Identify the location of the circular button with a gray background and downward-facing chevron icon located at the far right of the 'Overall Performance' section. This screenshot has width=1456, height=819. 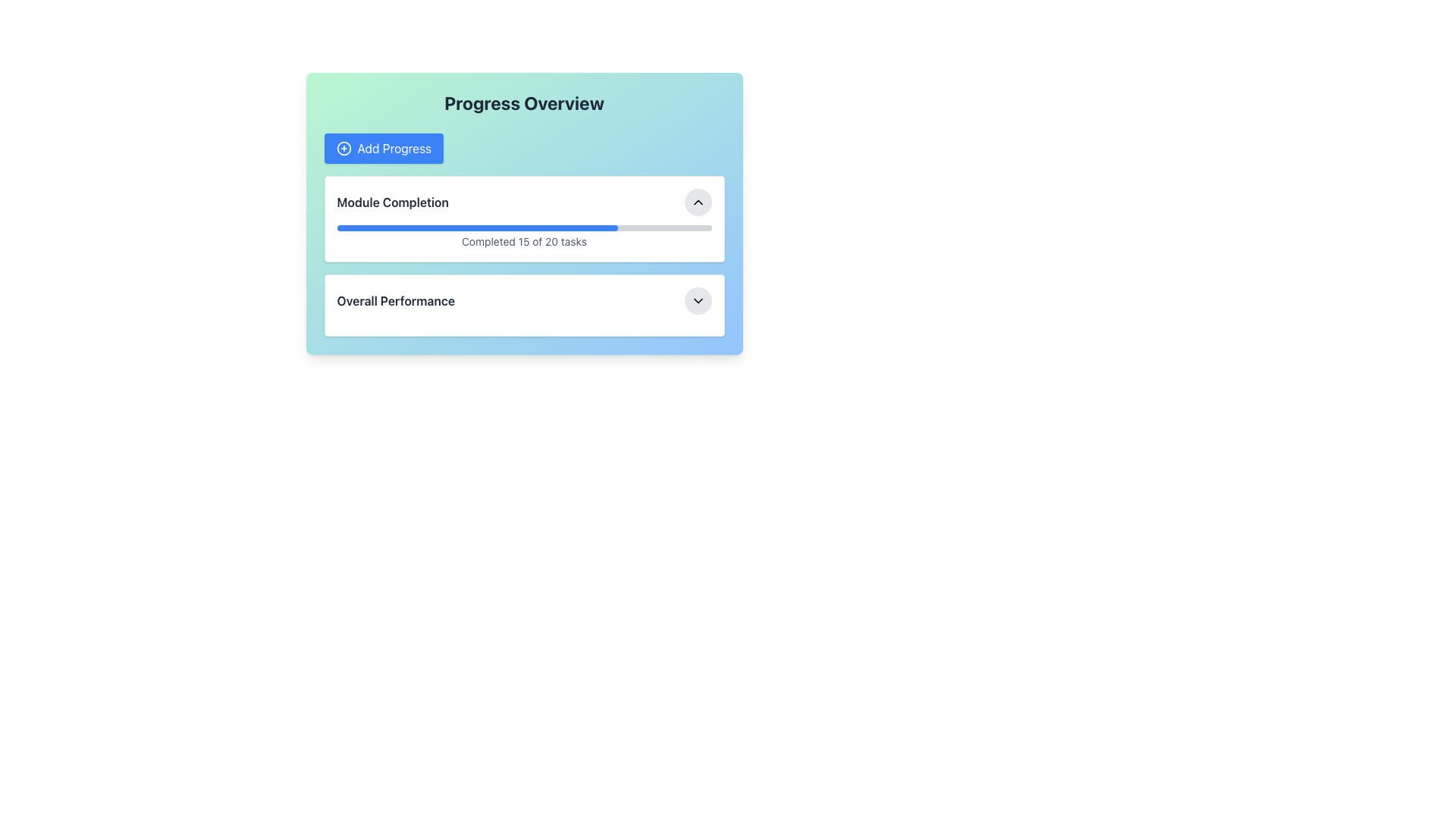
(697, 301).